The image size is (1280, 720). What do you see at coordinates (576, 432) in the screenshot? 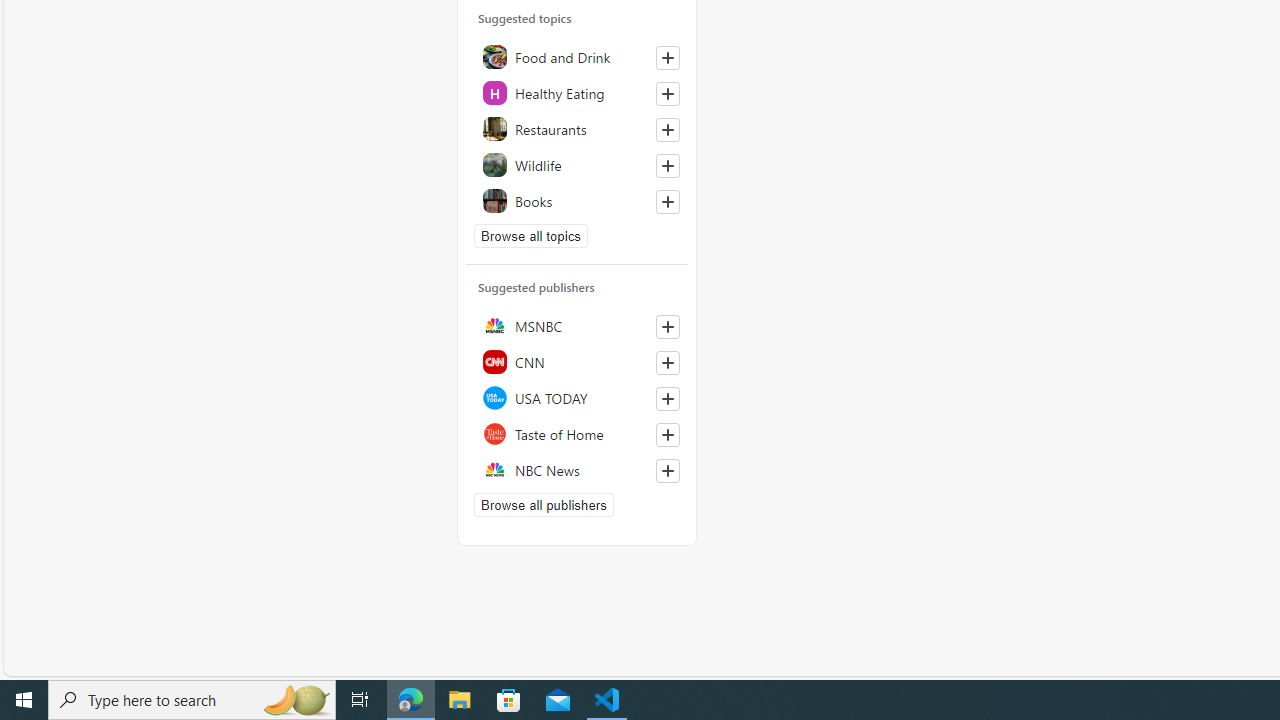
I see `'Taste of Home'` at bounding box center [576, 432].